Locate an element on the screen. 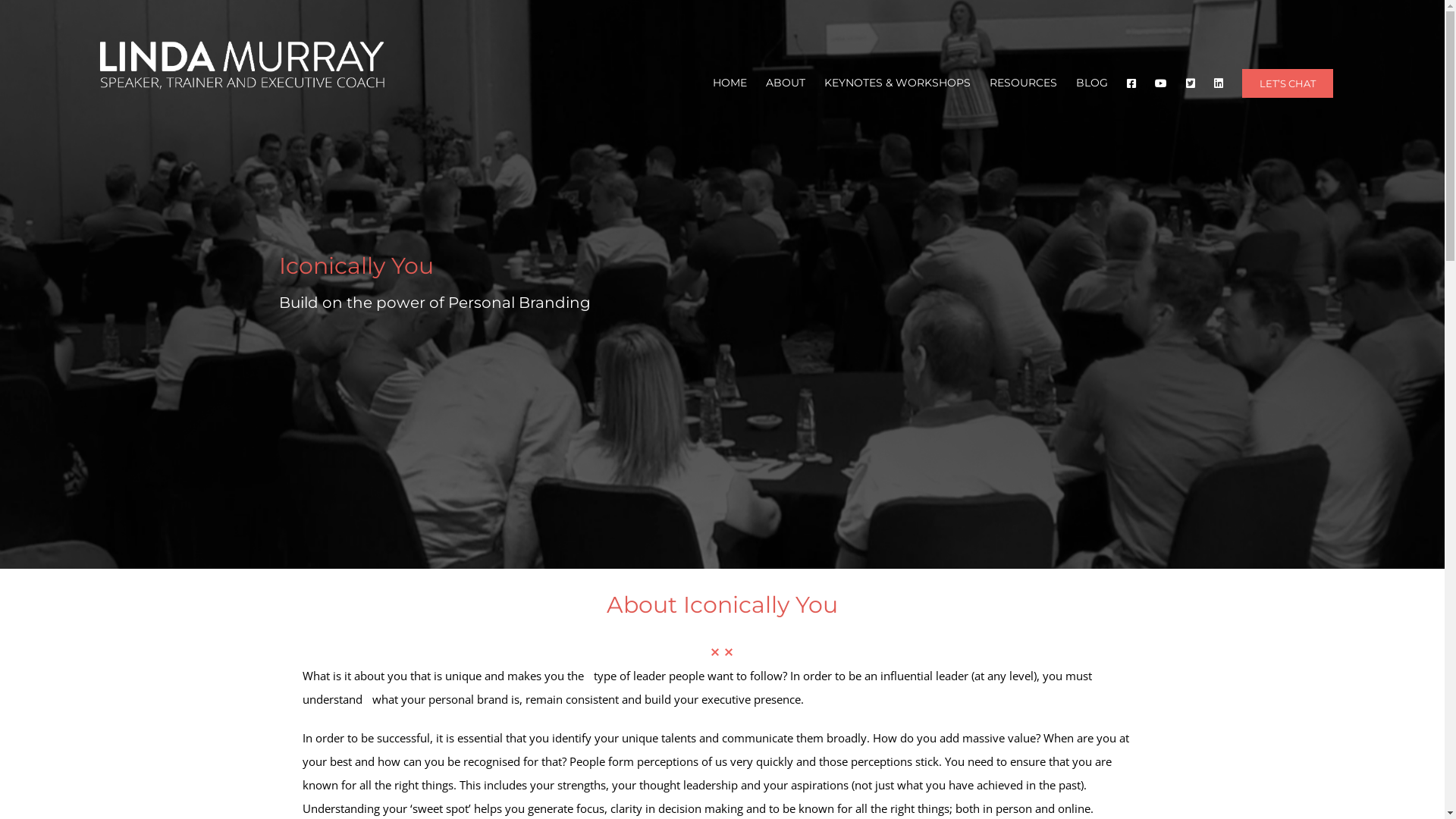 The width and height of the screenshot is (1456, 819). 'KEYNOTES & WORKSHOPS' is located at coordinates (897, 83).